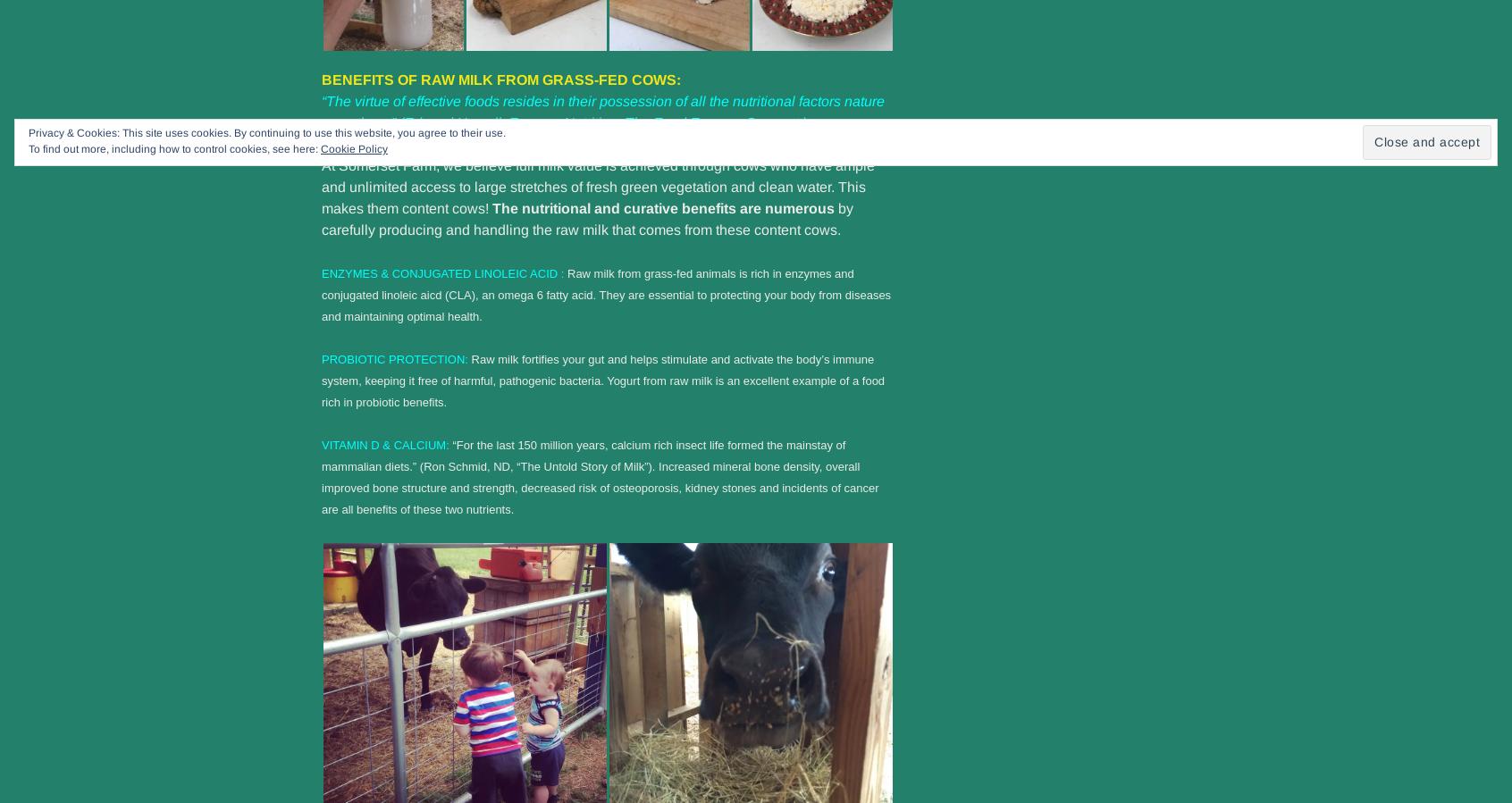  I want to click on 'Raw milk fortifies your gut and helps stimulate and activate the body’s immune system, keeping it free of harmful, pathogenic bacteria. Yogurt from raw milk is an excellent example of a food rich in probiotic benefits.', so click(602, 379).